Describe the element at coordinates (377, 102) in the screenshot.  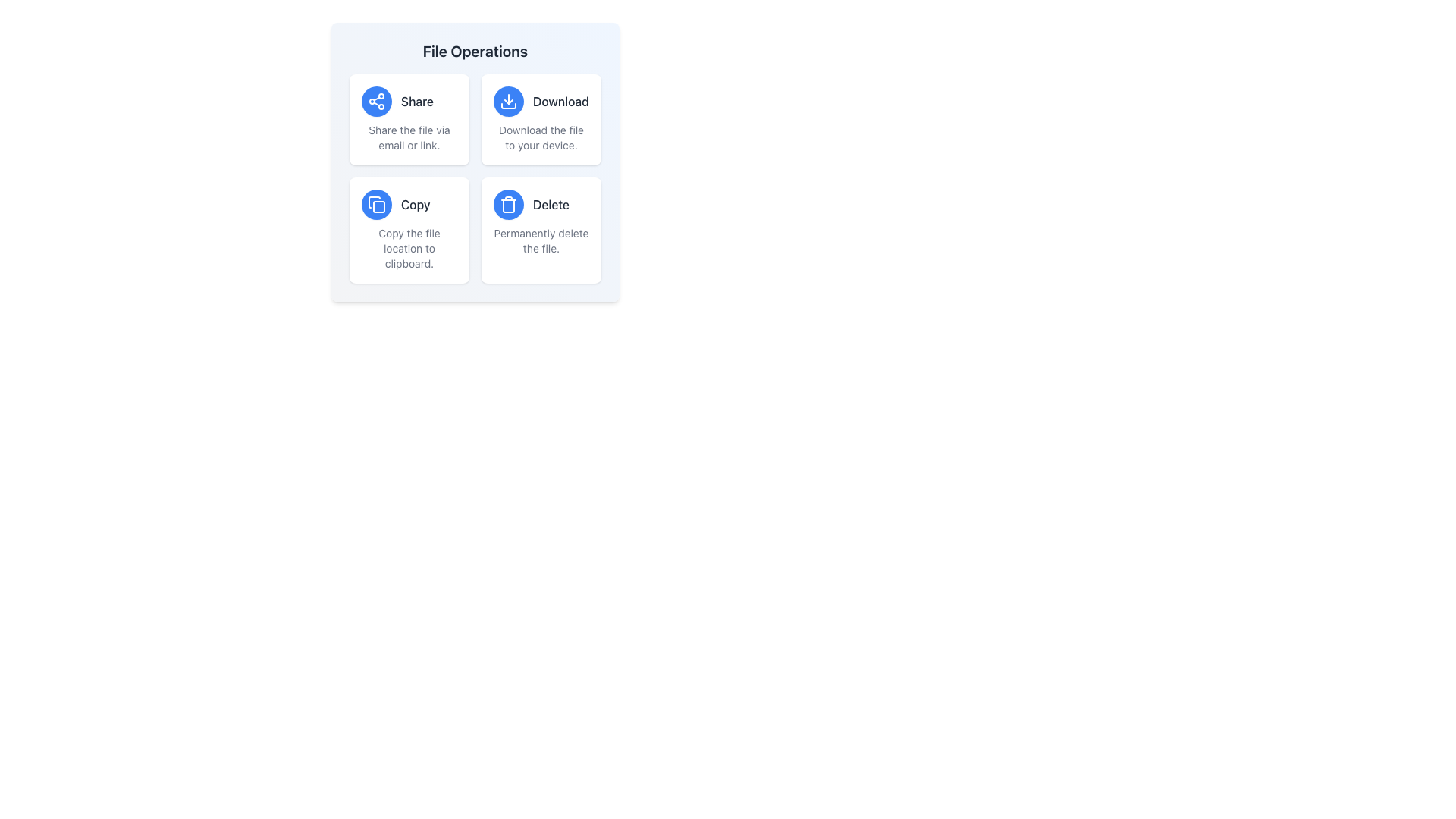
I see `the 'Share' icon button located at the top-left corner of the 2x2 grid under the 'File Operations' header` at that location.